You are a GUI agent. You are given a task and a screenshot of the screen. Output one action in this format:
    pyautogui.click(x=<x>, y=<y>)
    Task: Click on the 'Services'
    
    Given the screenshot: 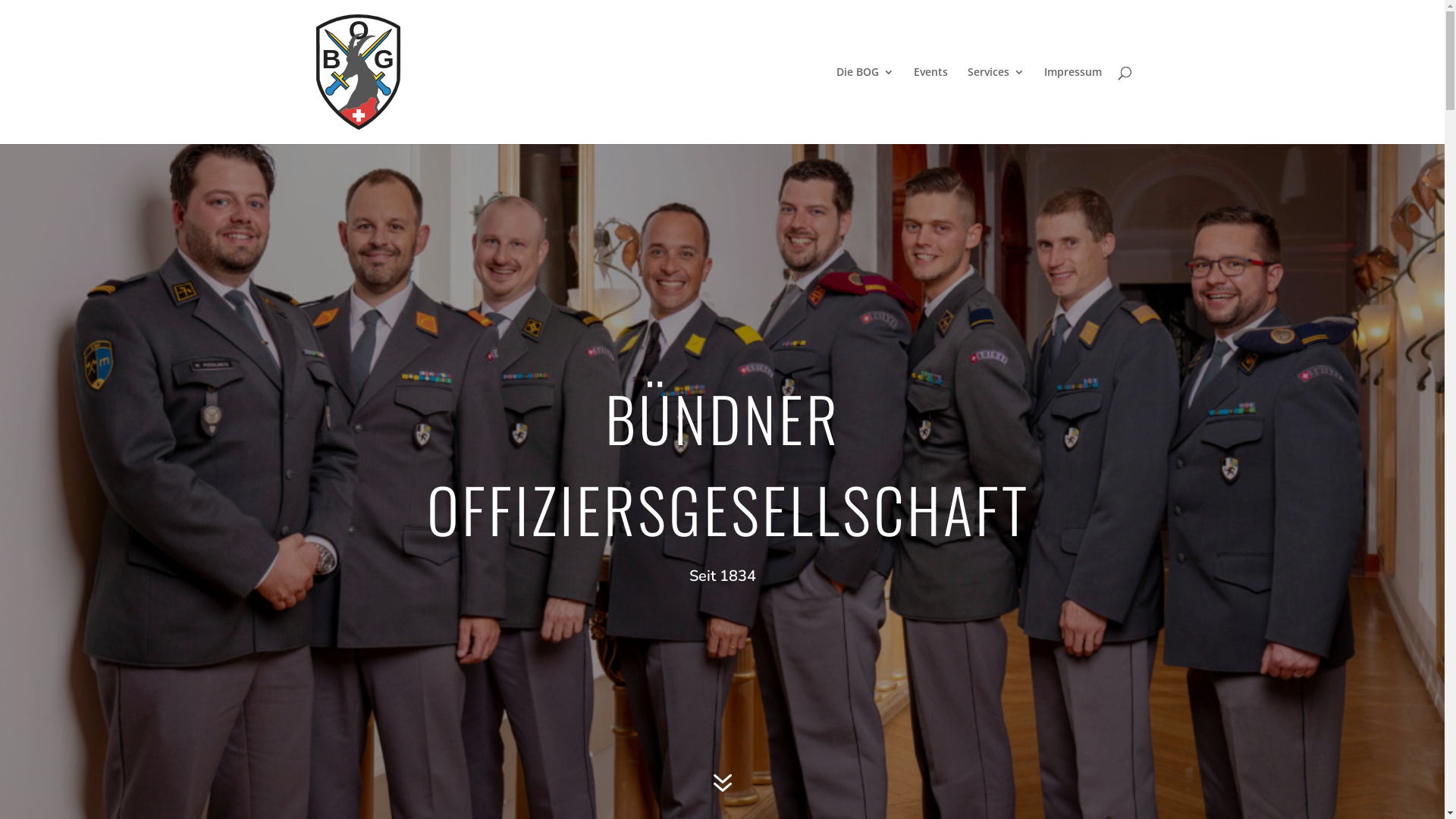 What is the action you would take?
    pyautogui.click(x=996, y=104)
    